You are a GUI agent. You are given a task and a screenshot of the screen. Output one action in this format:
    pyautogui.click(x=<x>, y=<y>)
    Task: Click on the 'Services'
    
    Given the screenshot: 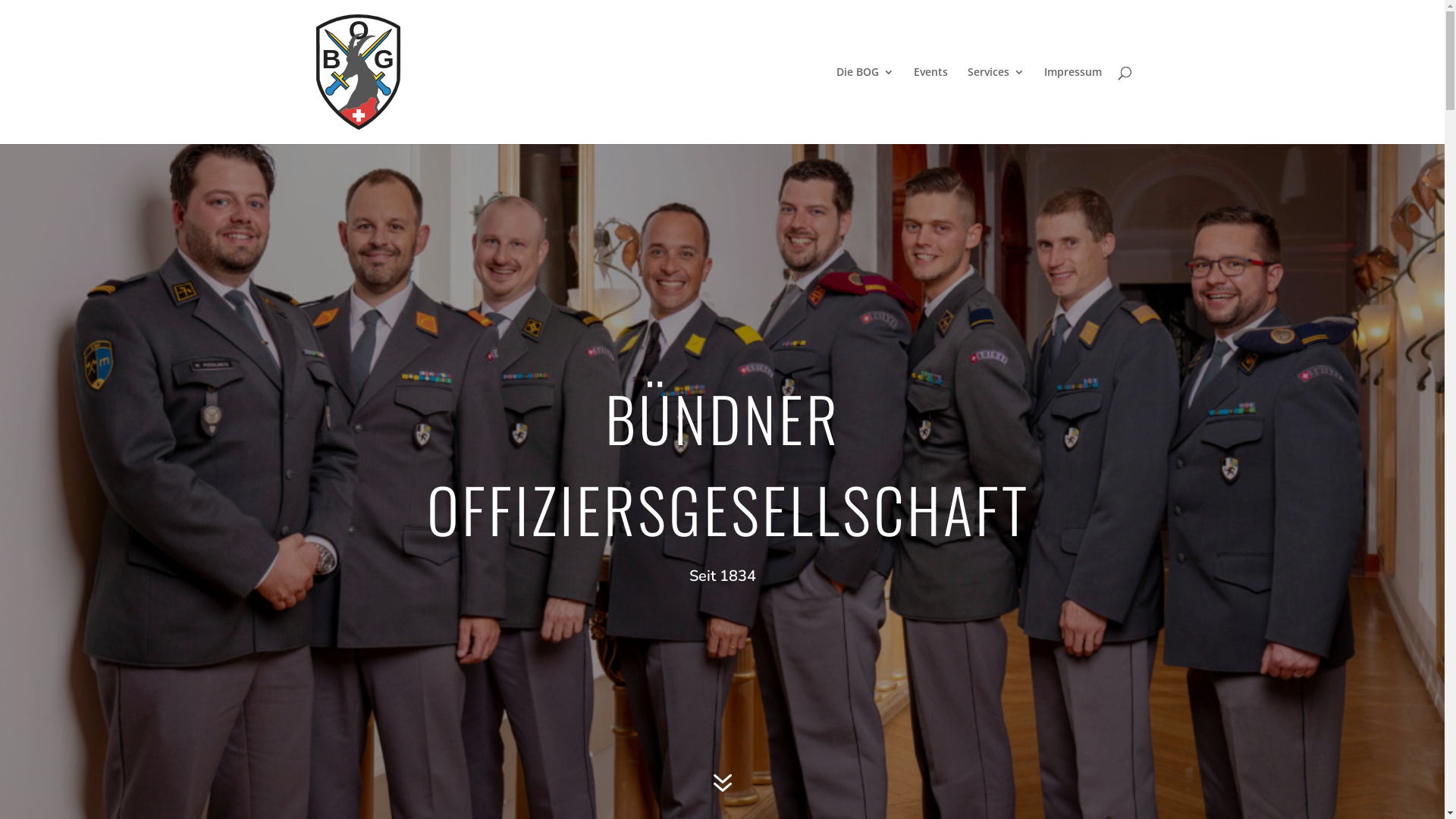 What is the action you would take?
    pyautogui.click(x=996, y=104)
    